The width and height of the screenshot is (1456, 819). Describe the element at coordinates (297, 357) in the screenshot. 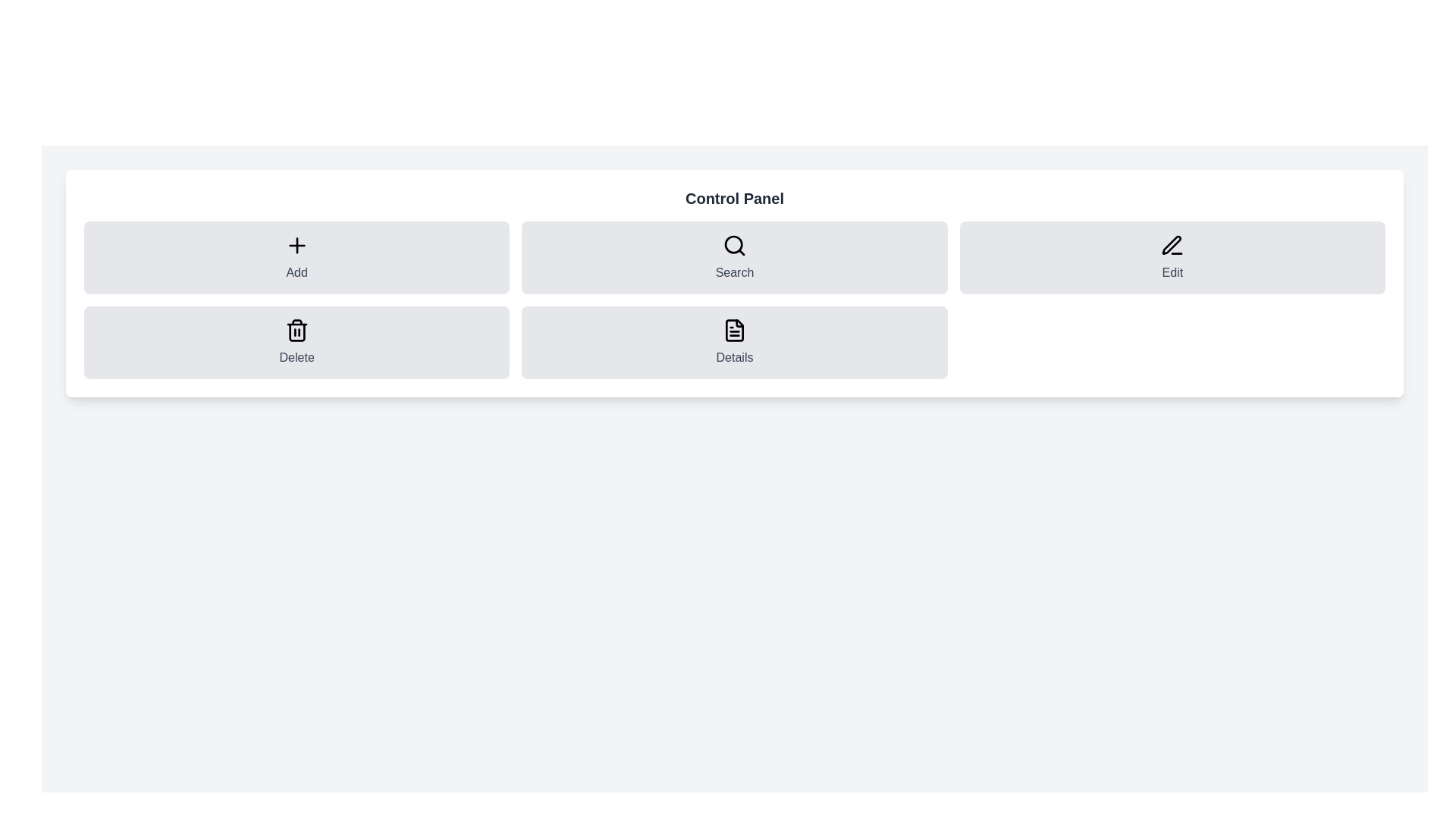

I see `the Text Label that indicates the delete action associated with the trash bin icon located in the lower left quadrant of the interface` at that location.